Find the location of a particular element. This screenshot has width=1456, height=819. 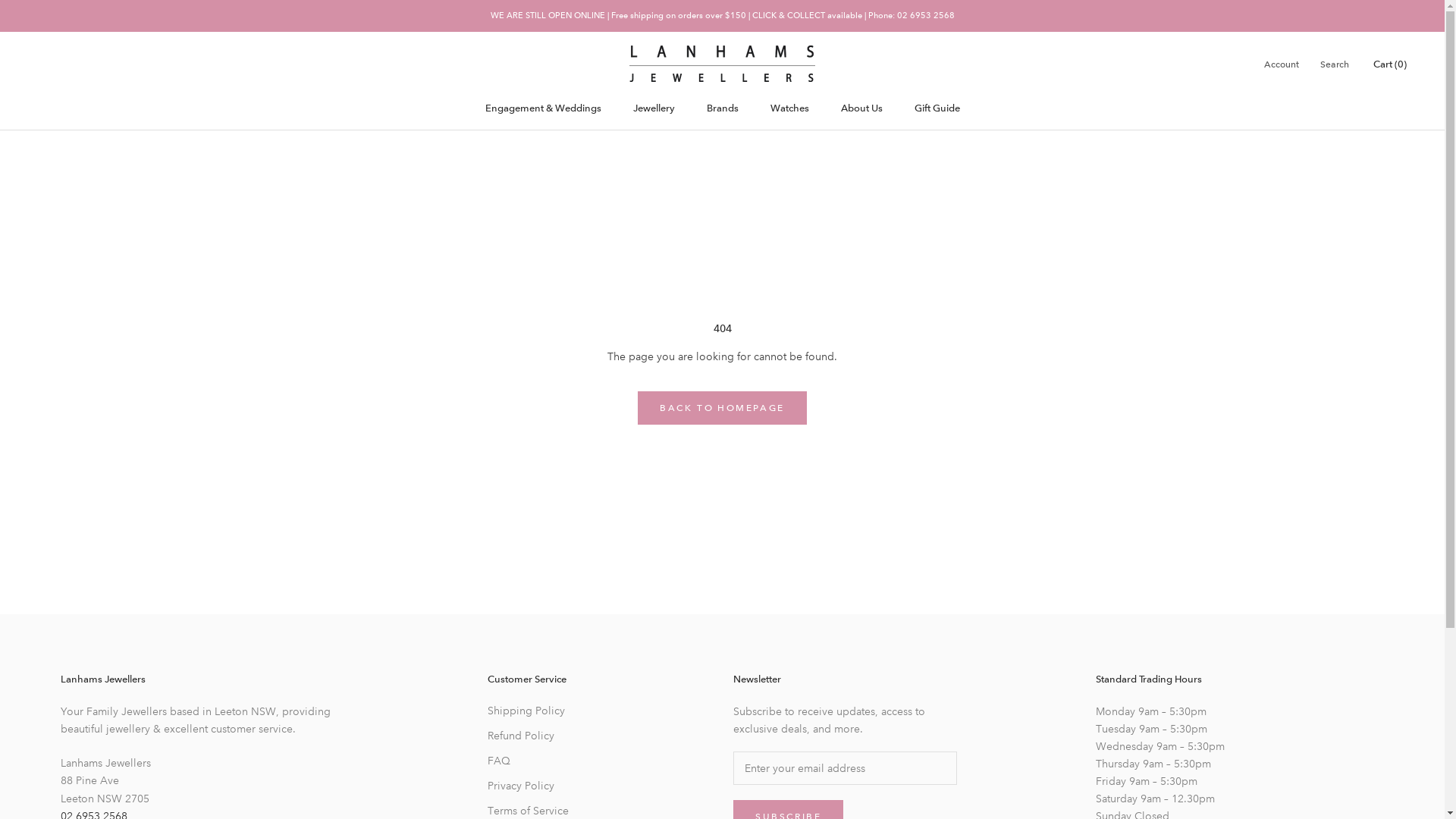

'Cart (0)' is located at coordinates (1390, 63).